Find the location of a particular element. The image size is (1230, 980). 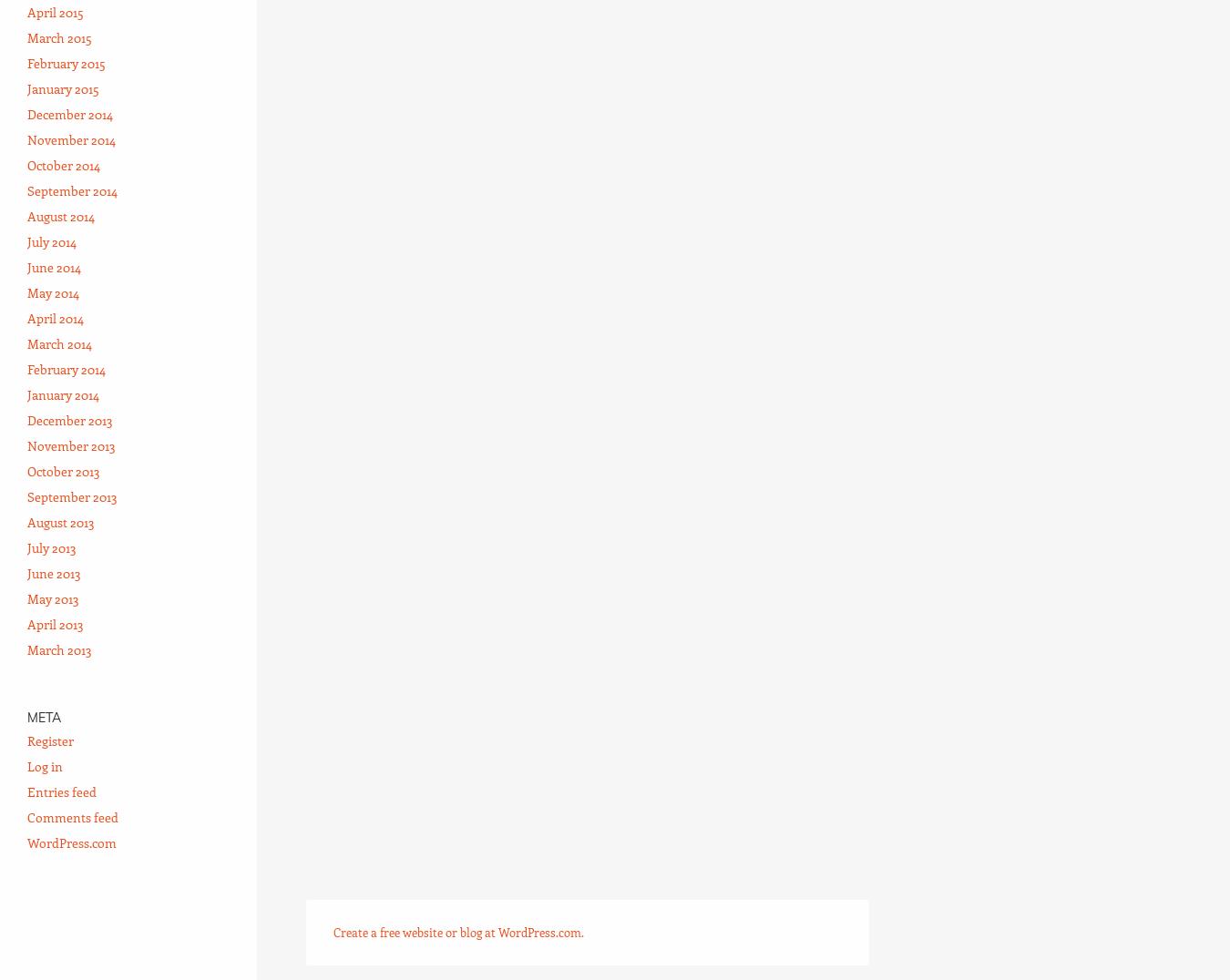

'July 2013' is located at coordinates (50, 546).